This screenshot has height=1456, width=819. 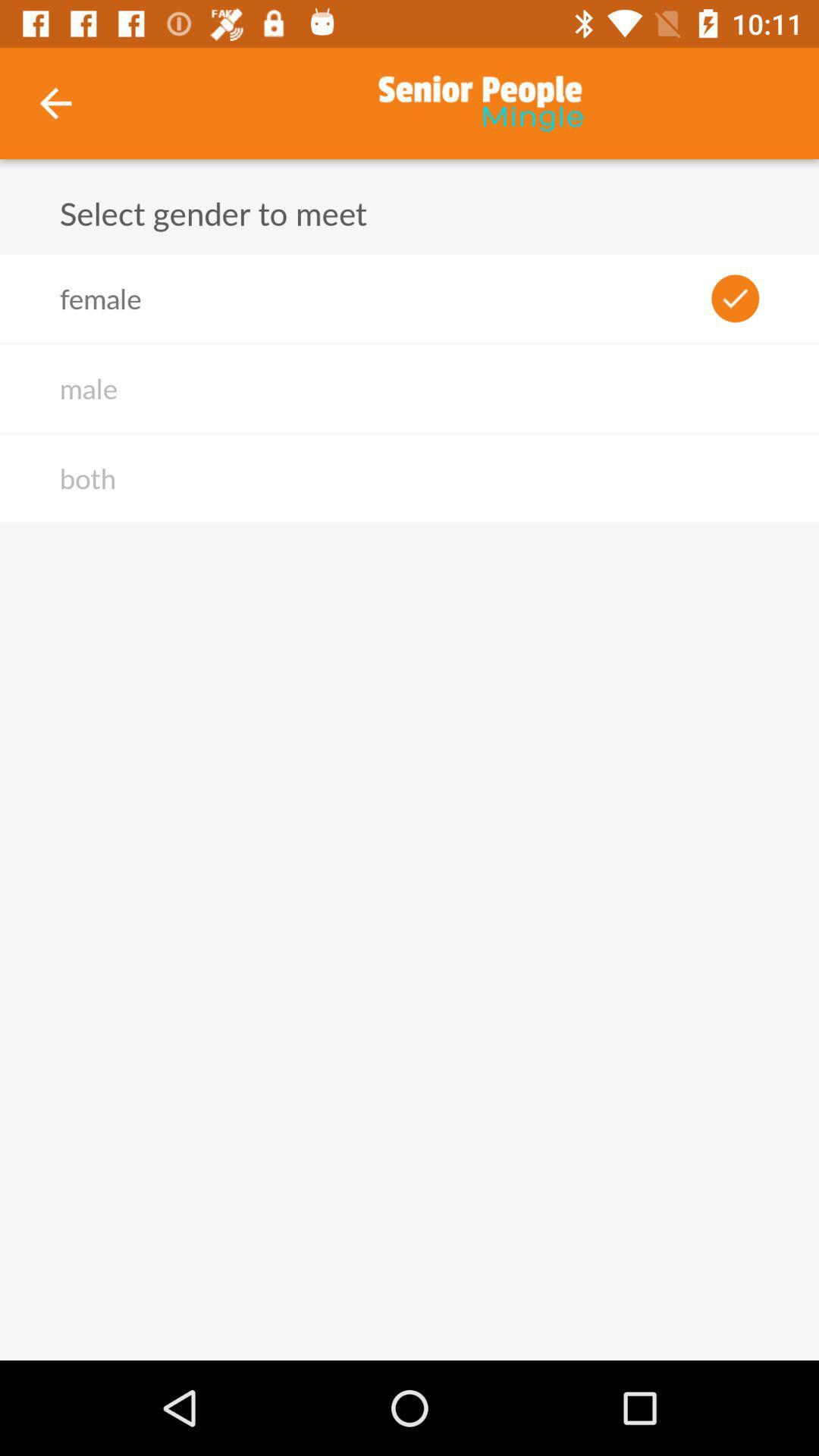 I want to click on icon below the female, so click(x=88, y=388).